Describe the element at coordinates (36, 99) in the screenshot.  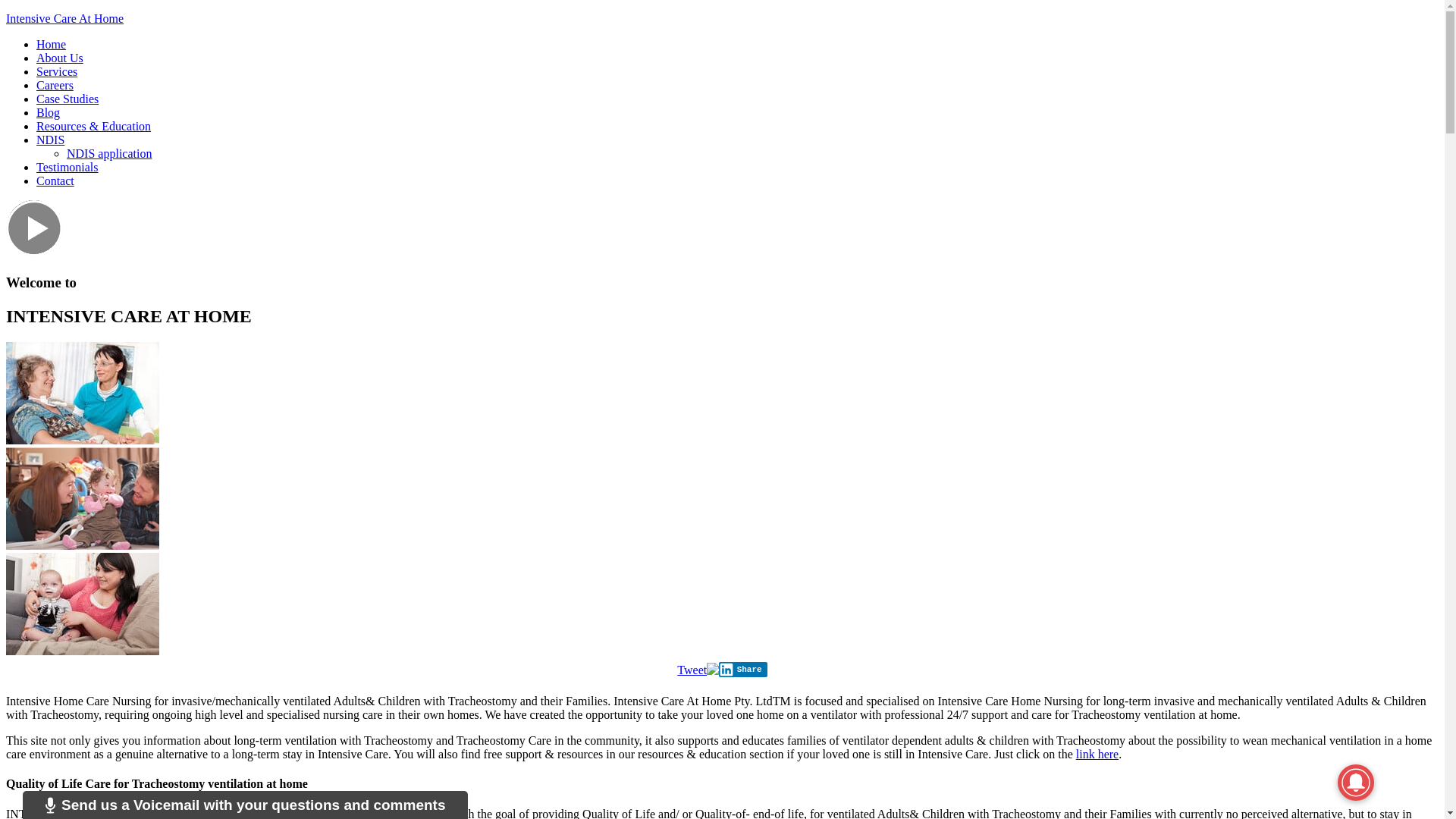
I see `'Case Studies'` at that location.